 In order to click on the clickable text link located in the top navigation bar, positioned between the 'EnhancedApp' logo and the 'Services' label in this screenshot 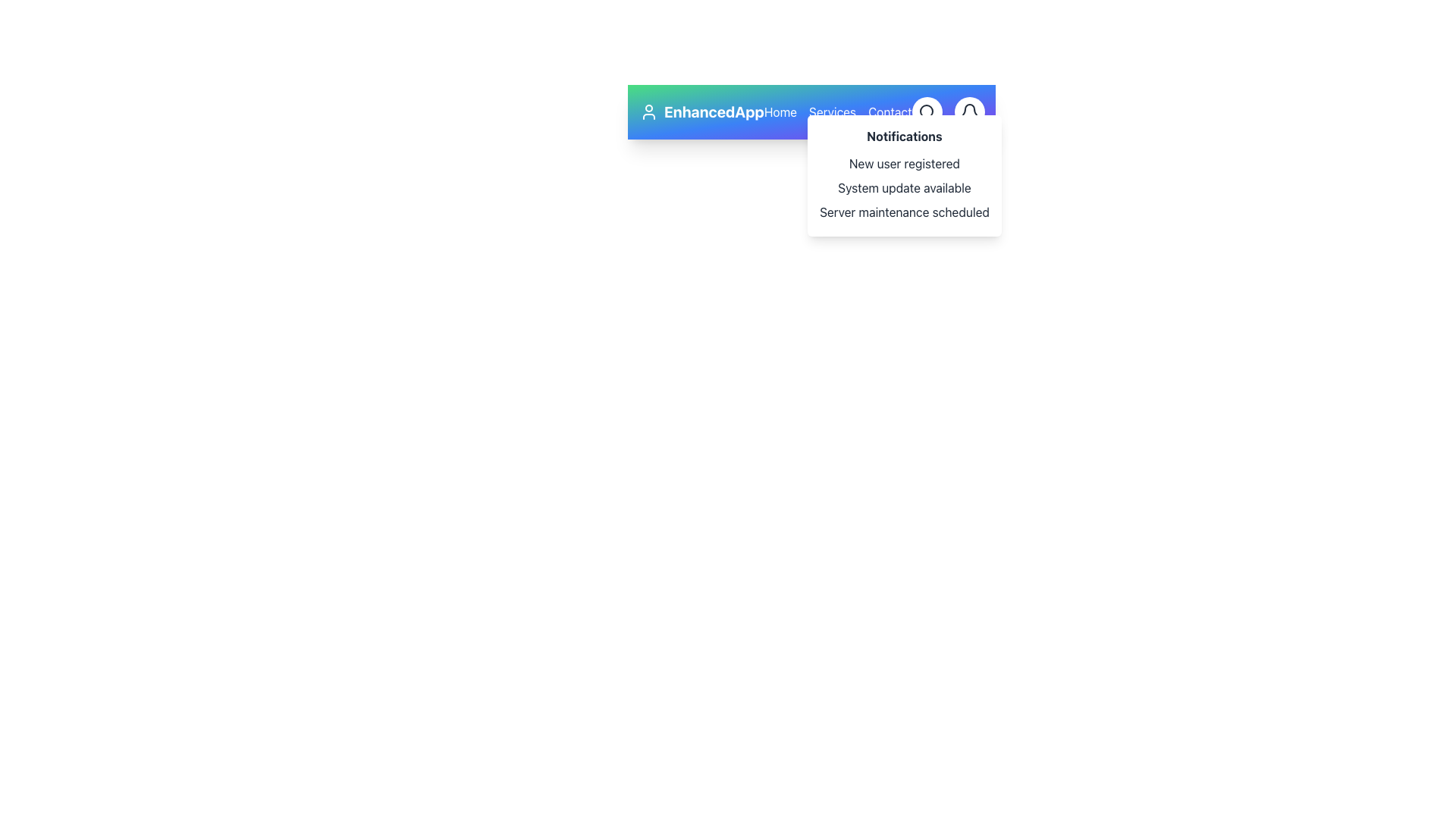, I will do `click(780, 111)`.